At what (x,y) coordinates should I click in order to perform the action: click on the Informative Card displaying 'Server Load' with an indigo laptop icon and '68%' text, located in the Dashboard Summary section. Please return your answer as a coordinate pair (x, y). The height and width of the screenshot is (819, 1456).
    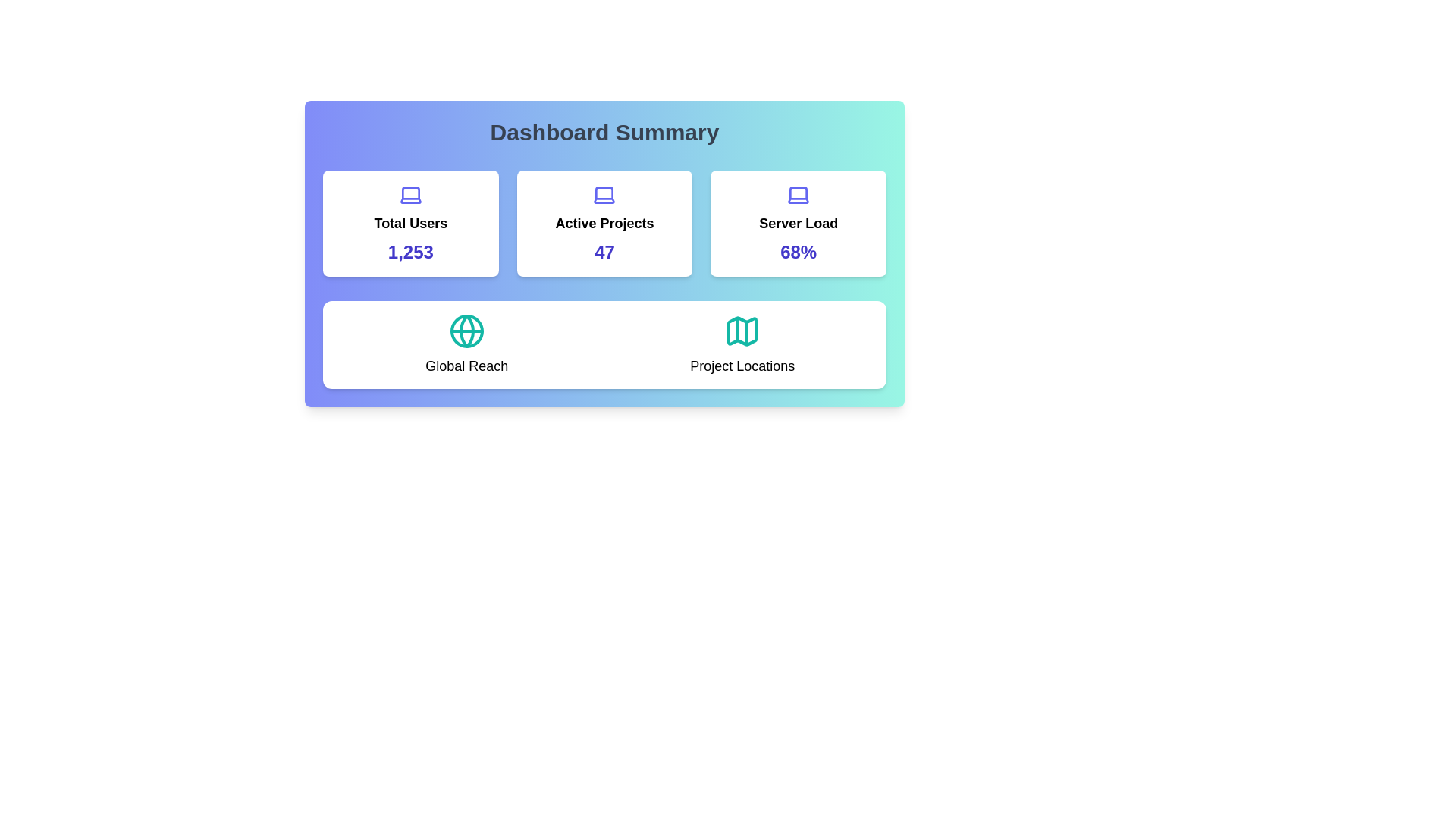
    Looking at the image, I should click on (798, 223).